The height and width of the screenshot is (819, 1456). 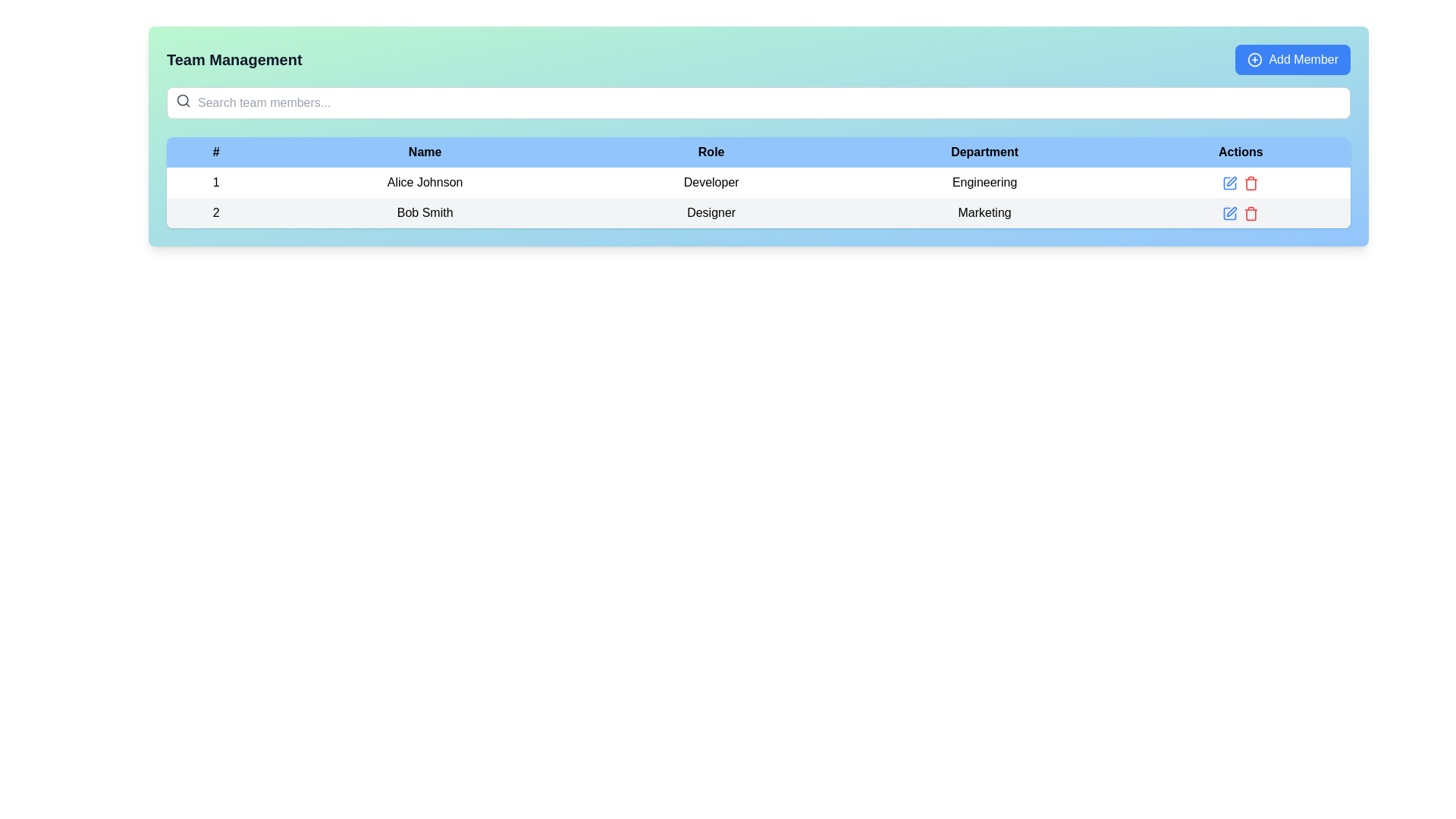 What do you see at coordinates (758, 213) in the screenshot?
I see `the second row in the table that shows information about team member 'Bob Smith', highlighting the row for further interaction` at bounding box center [758, 213].